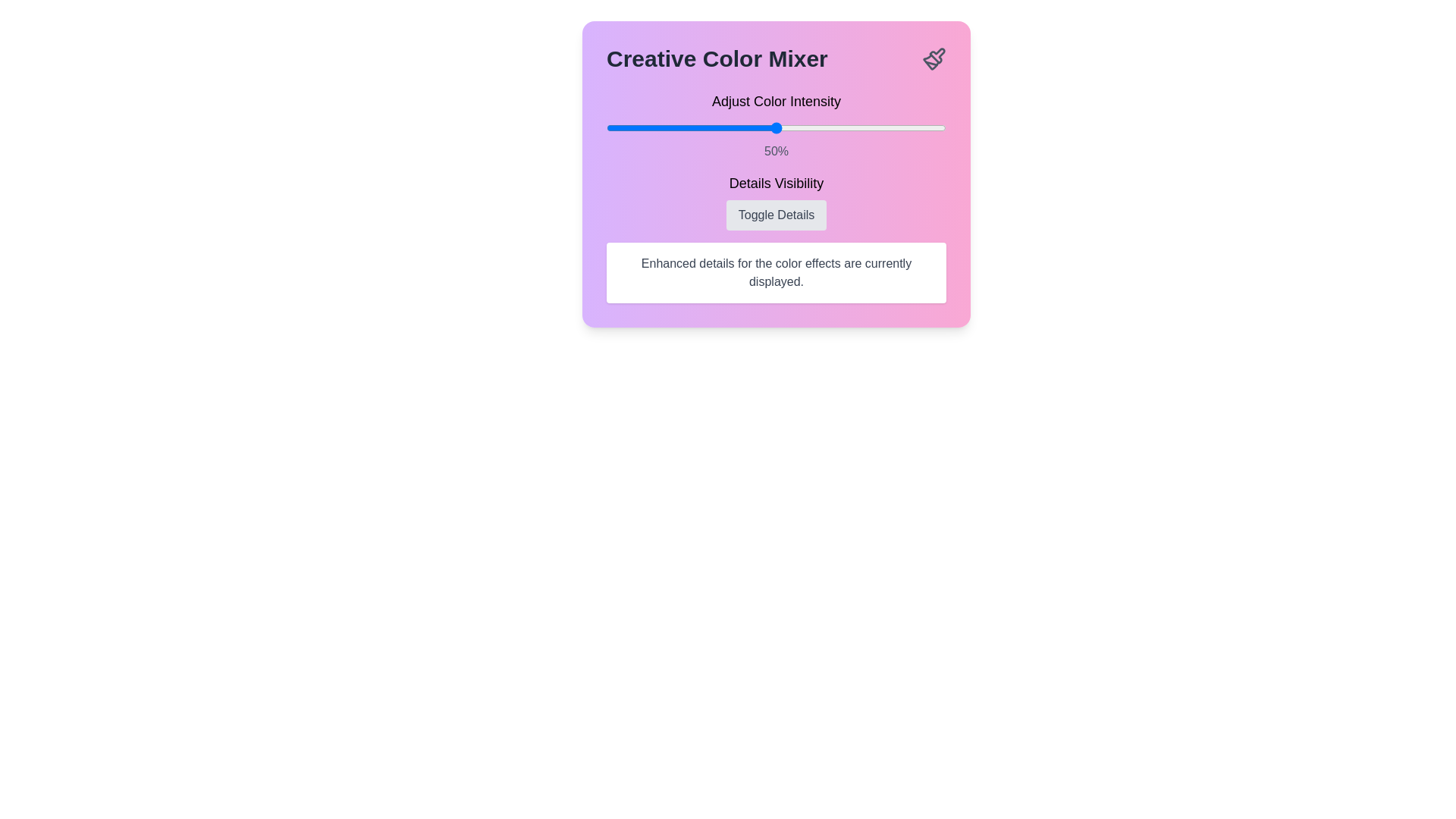 The width and height of the screenshot is (1456, 819). I want to click on the color intensity, so click(647, 127).